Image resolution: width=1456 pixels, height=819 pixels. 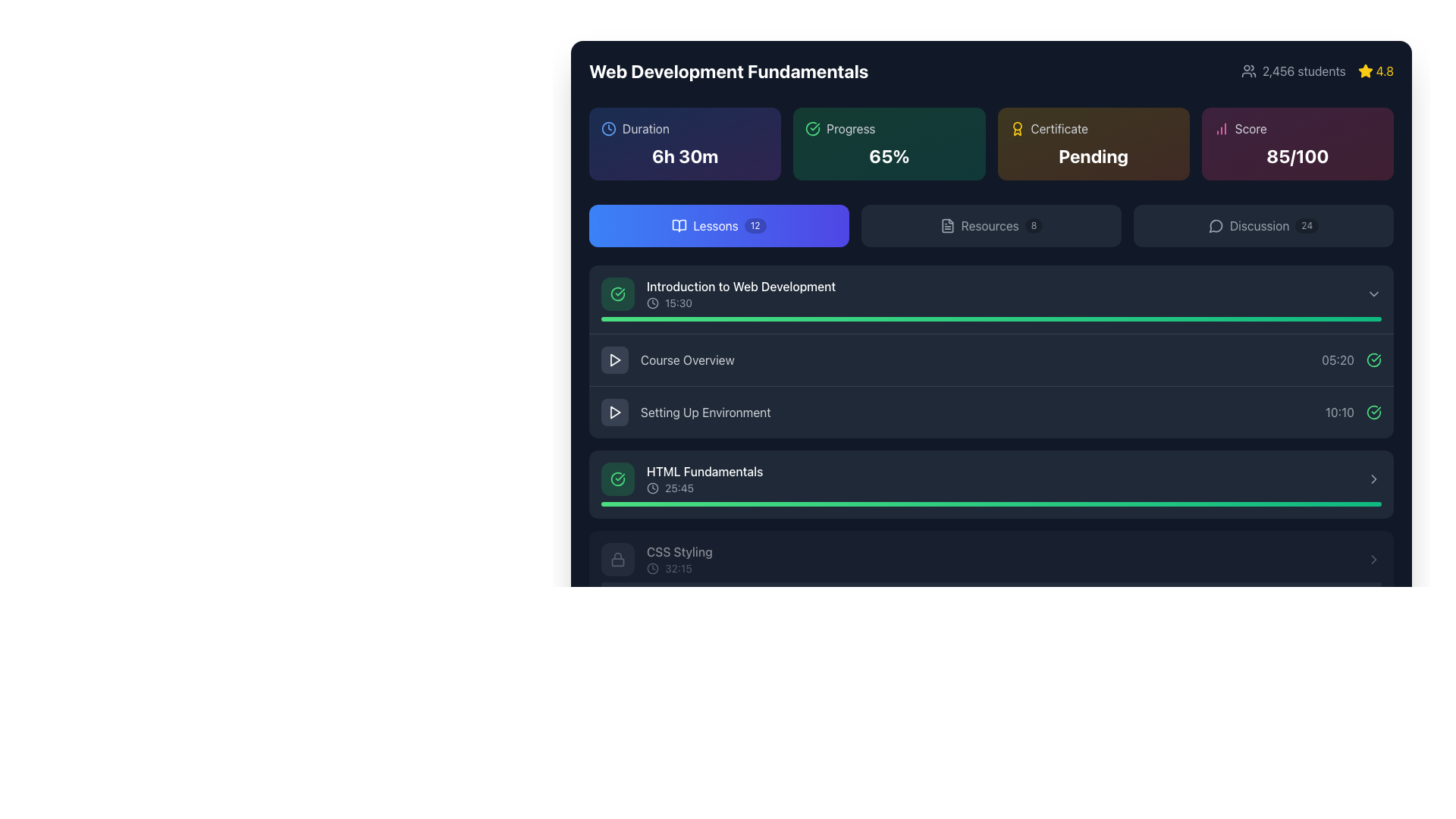 What do you see at coordinates (608, 127) in the screenshot?
I see `the circular clock icon with a blue outline located in the header section next to the 'Duration' label` at bounding box center [608, 127].